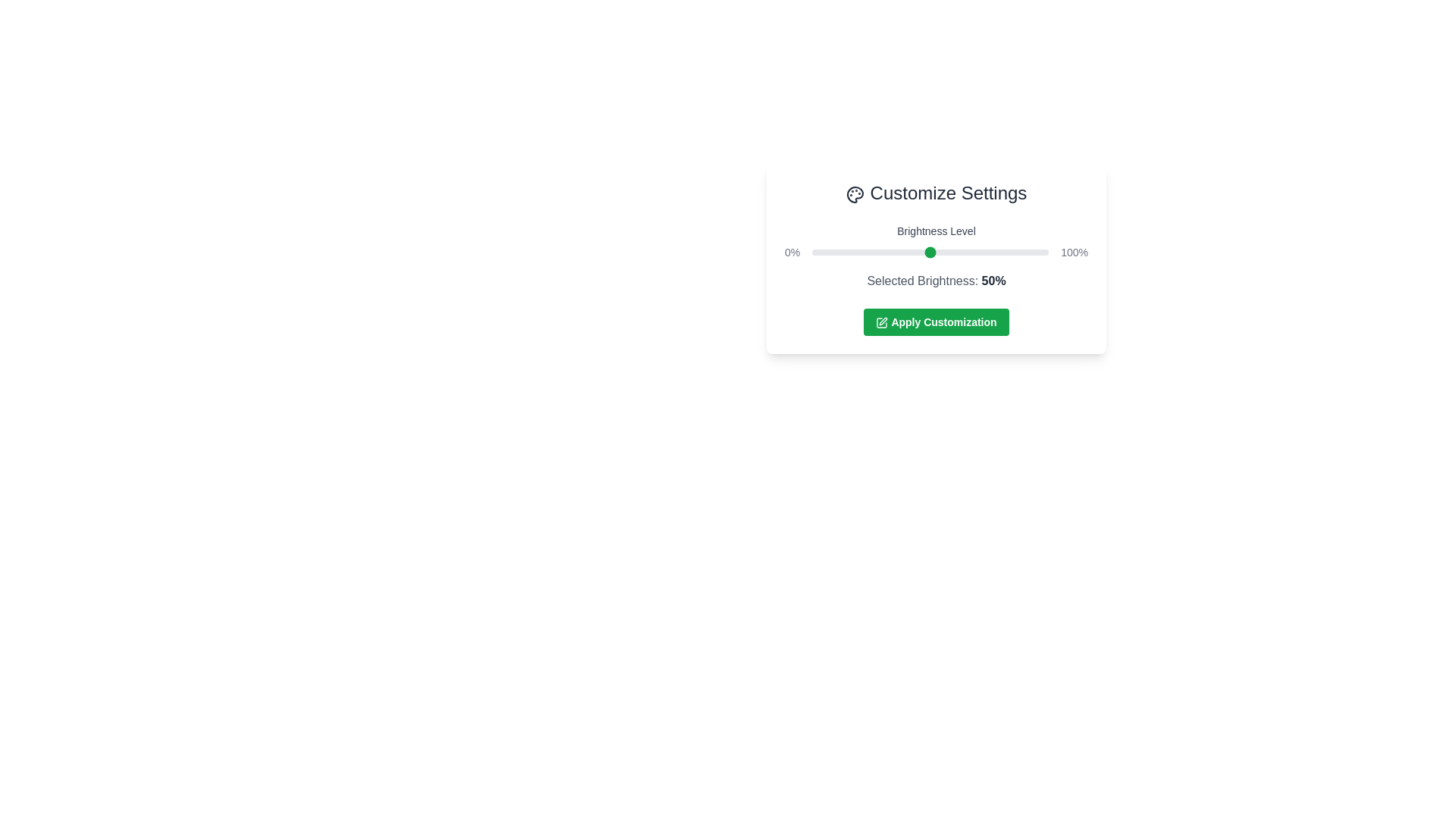 The image size is (1456, 819). What do you see at coordinates (994, 251) in the screenshot?
I see `the brightness` at bounding box center [994, 251].